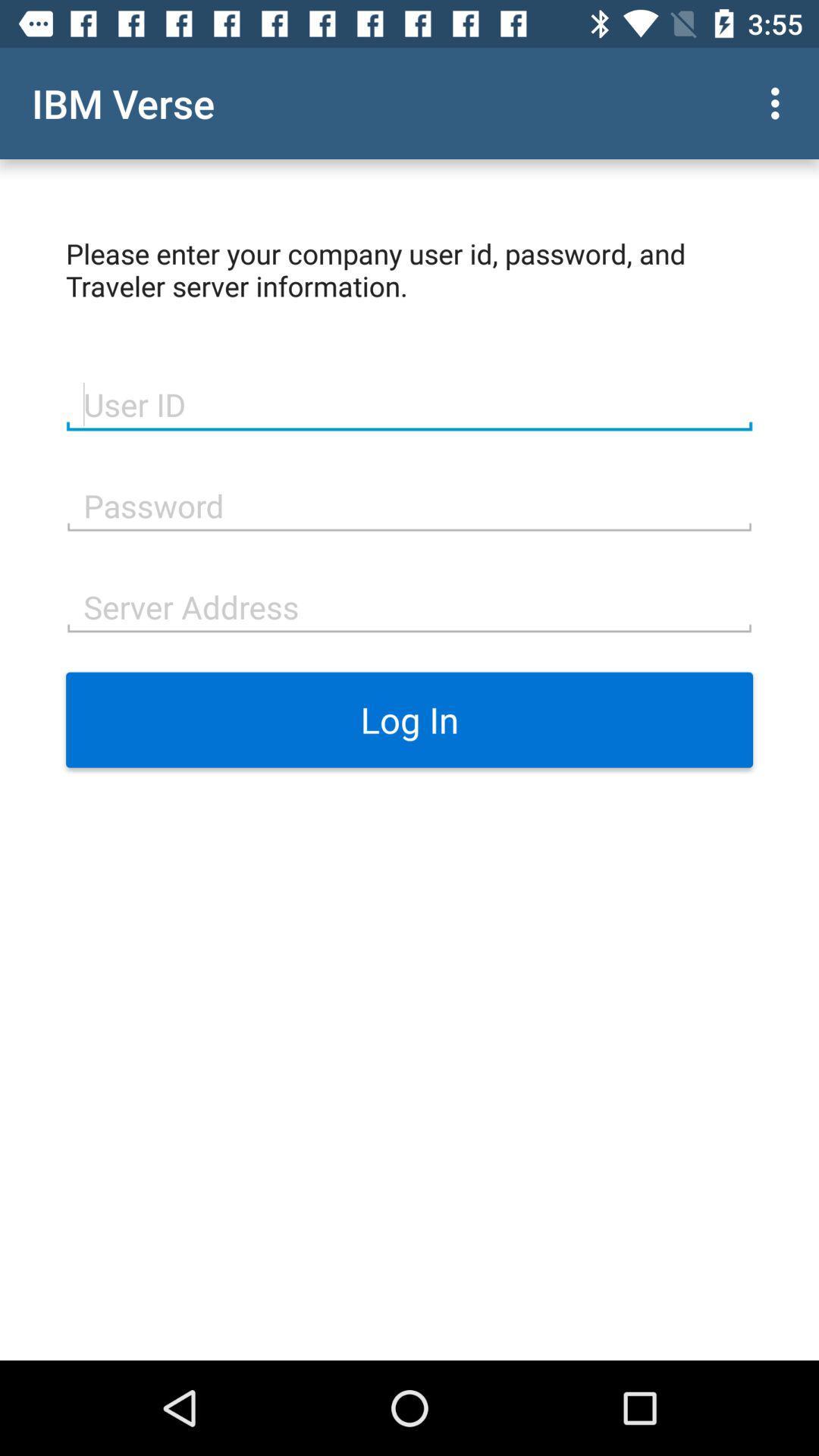 The image size is (819, 1456). I want to click on the item next to ibm verse icon, so click(779, 102).